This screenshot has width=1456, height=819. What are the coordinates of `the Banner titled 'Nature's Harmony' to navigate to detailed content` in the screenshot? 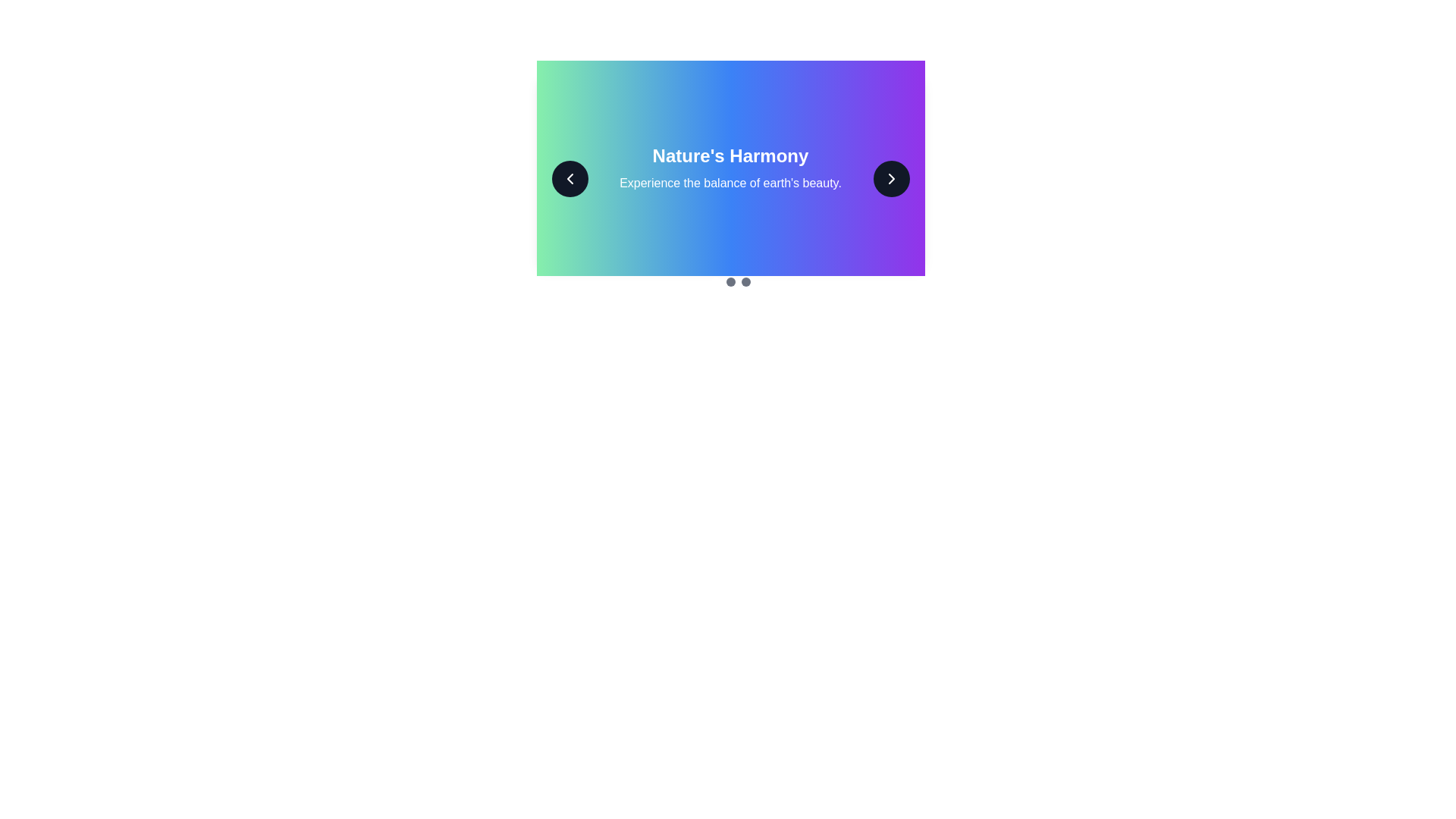 It's located at (730, 168).